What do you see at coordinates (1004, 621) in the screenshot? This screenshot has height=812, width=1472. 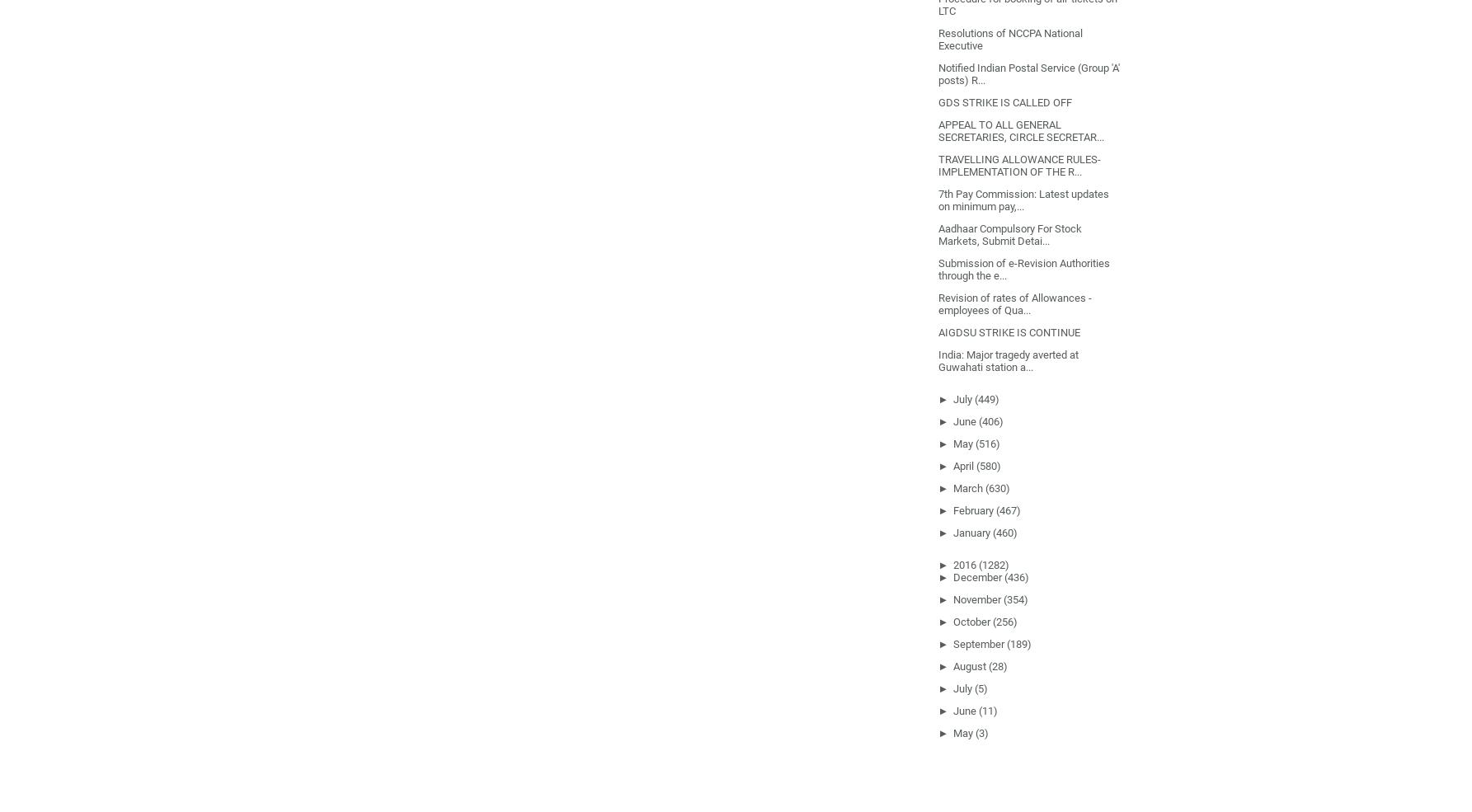 I see `'(256)'` at bounding box center [1004, 621].